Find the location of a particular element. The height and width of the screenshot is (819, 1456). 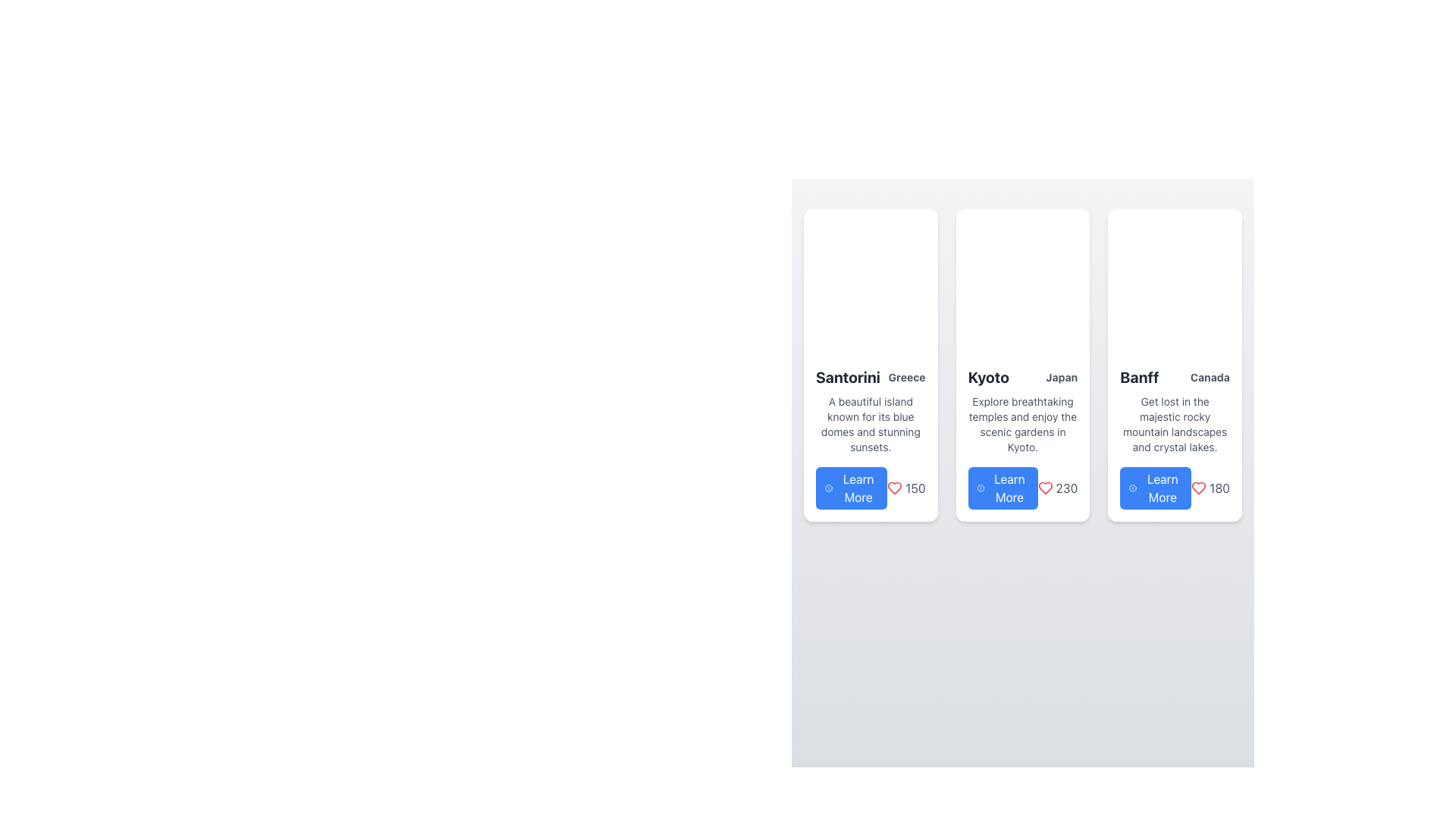

the info icon styled as an SVG graphic located to the left of the 'Learn More' button in the first card is located at coordinates (828, 488).